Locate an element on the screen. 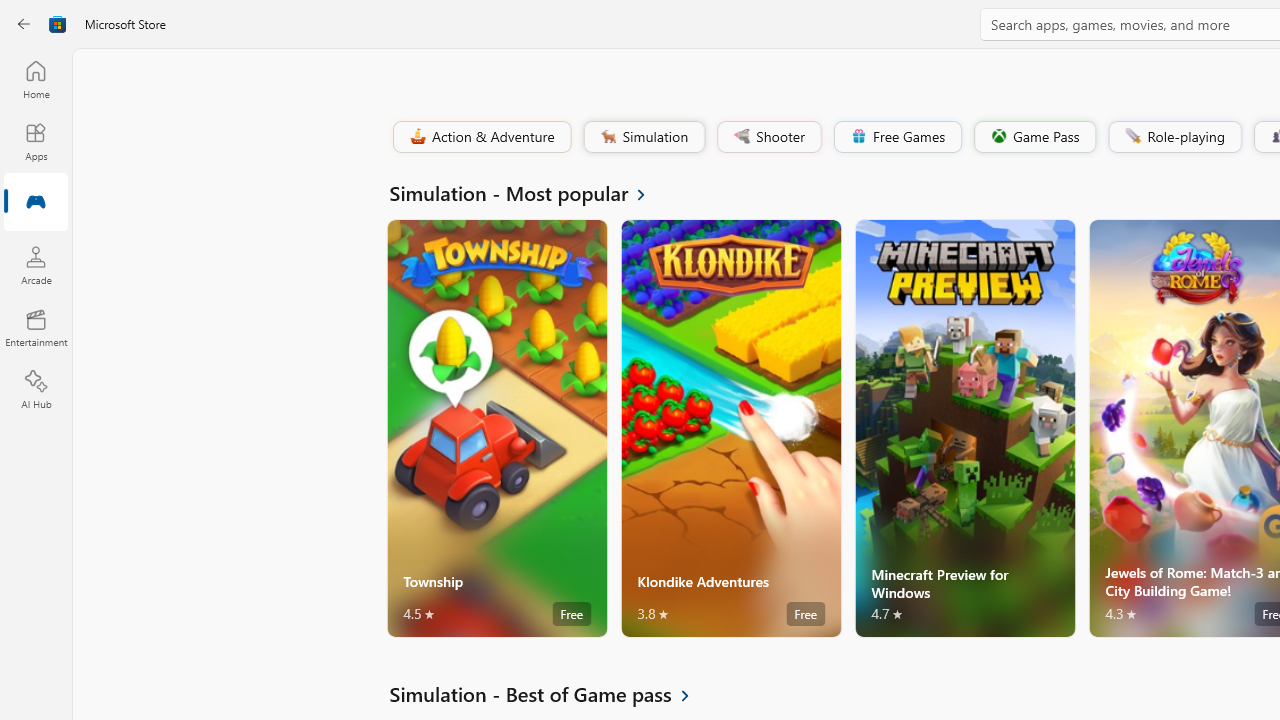 This screenshot has height=720, width=1280. 'Game Pass' is located at coordinates (1033, 135).